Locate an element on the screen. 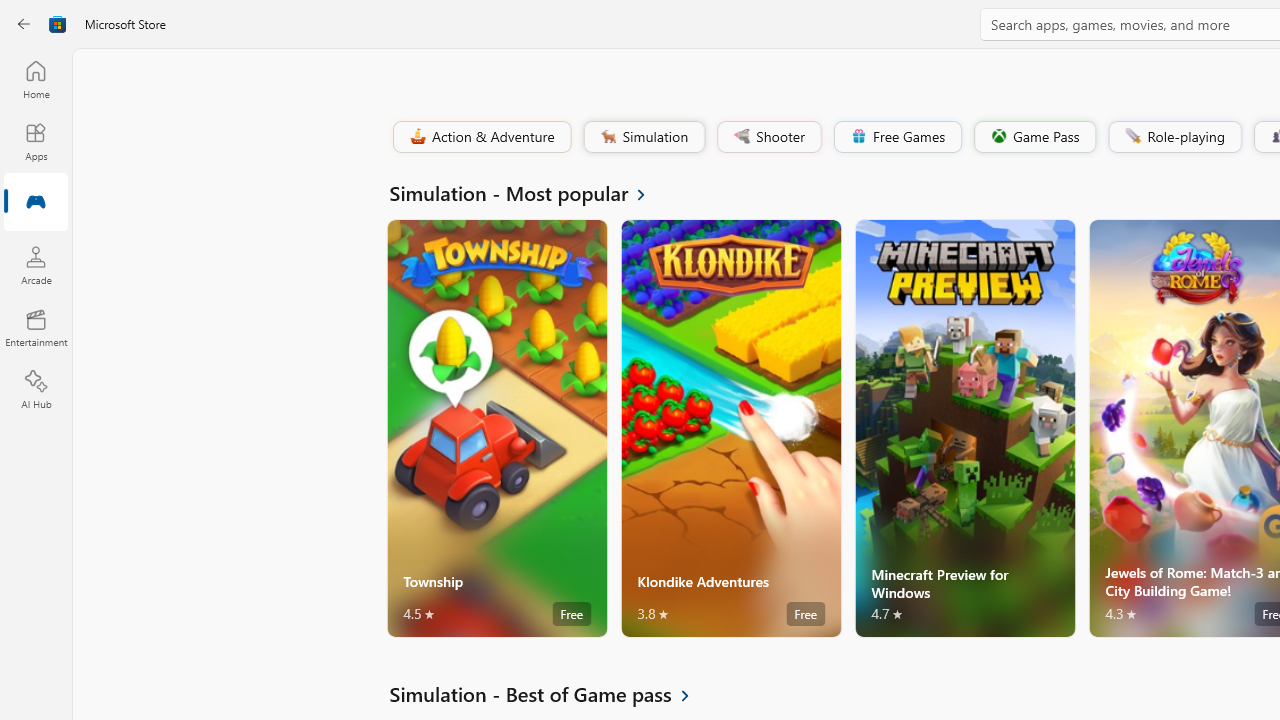 This screenshot has height=720, width=1280. 'Game Pass' is located at coordinates (1033, 135).